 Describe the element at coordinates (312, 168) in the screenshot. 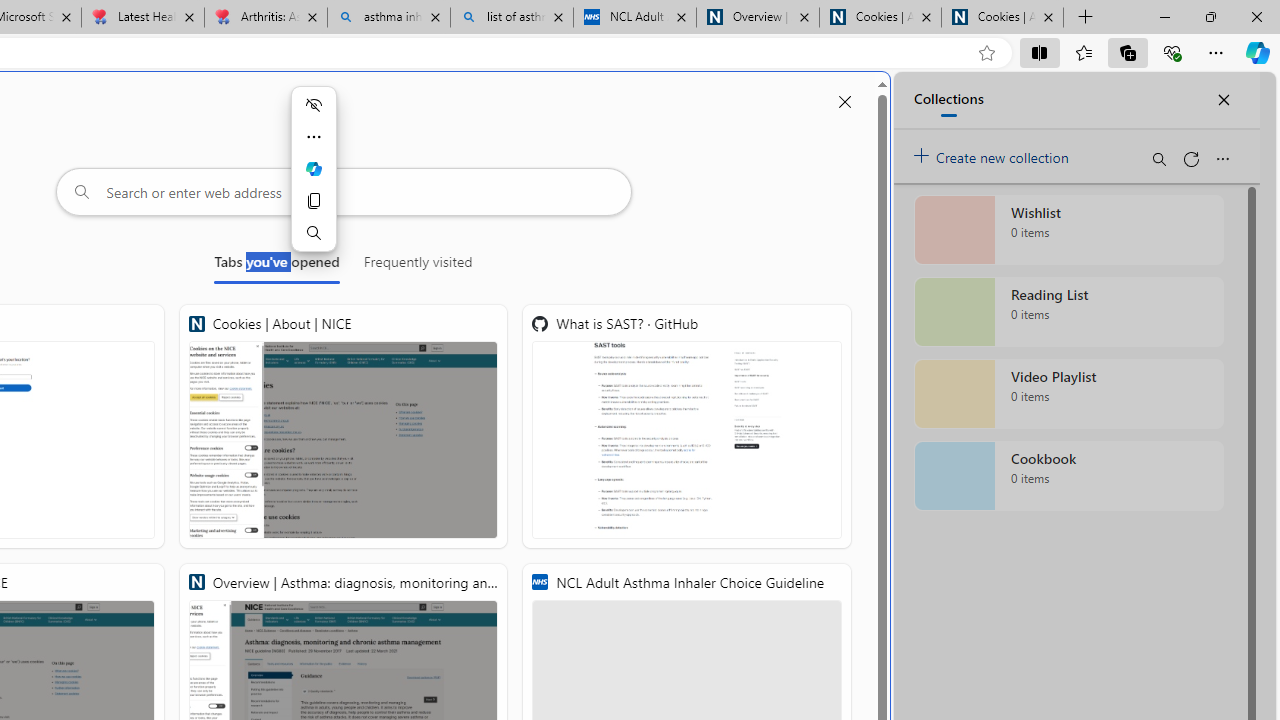

I see `'Mini menu on text selection'` at that location.